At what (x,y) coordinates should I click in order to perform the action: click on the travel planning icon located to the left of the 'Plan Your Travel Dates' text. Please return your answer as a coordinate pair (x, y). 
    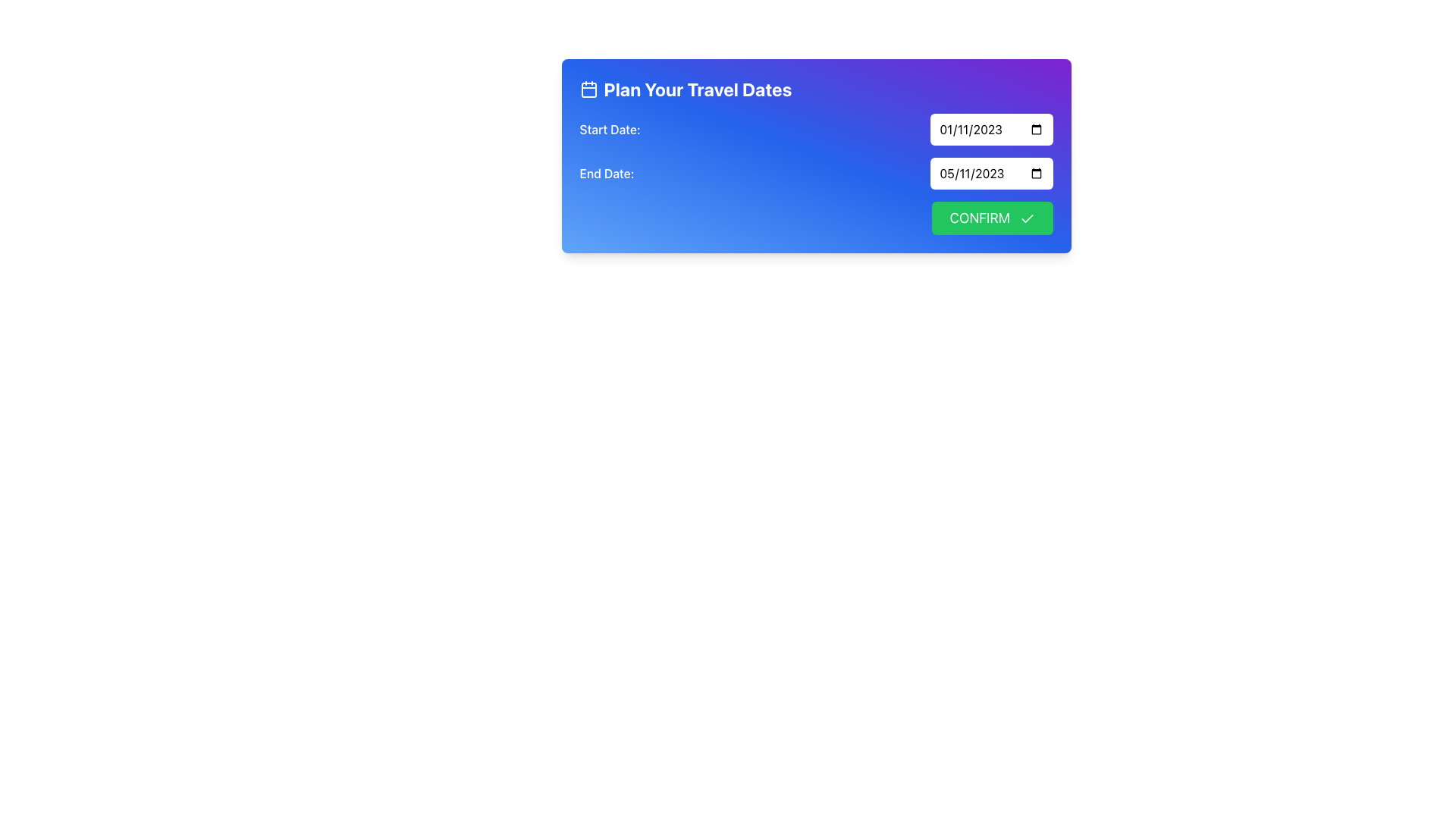
    Looking at the image, I should click on (588, 89).